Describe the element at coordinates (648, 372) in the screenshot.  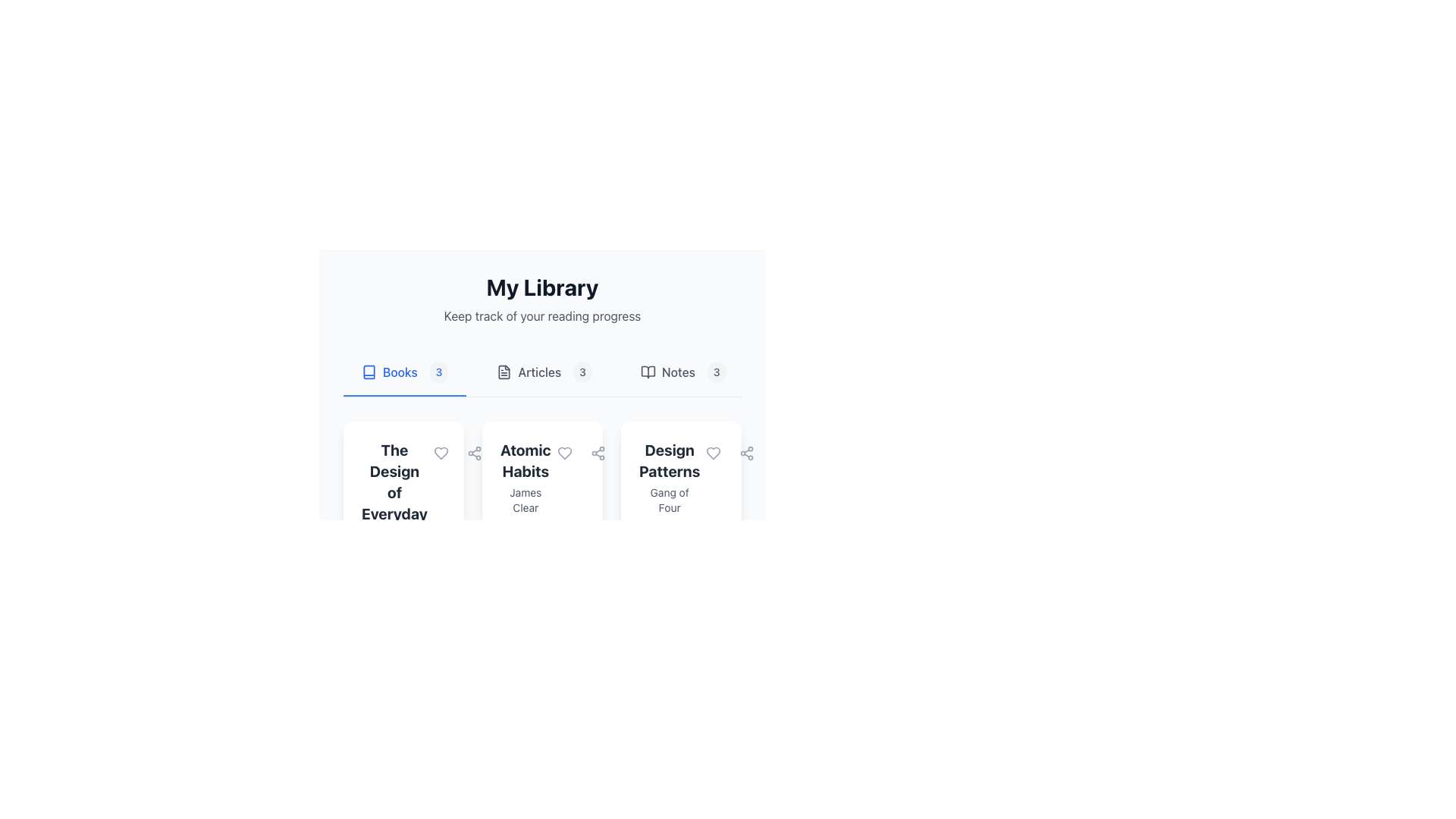
I see `the book icon, which is a minimalistic vector representation of an opened book, located at the top-left section of a library information card` at that location.